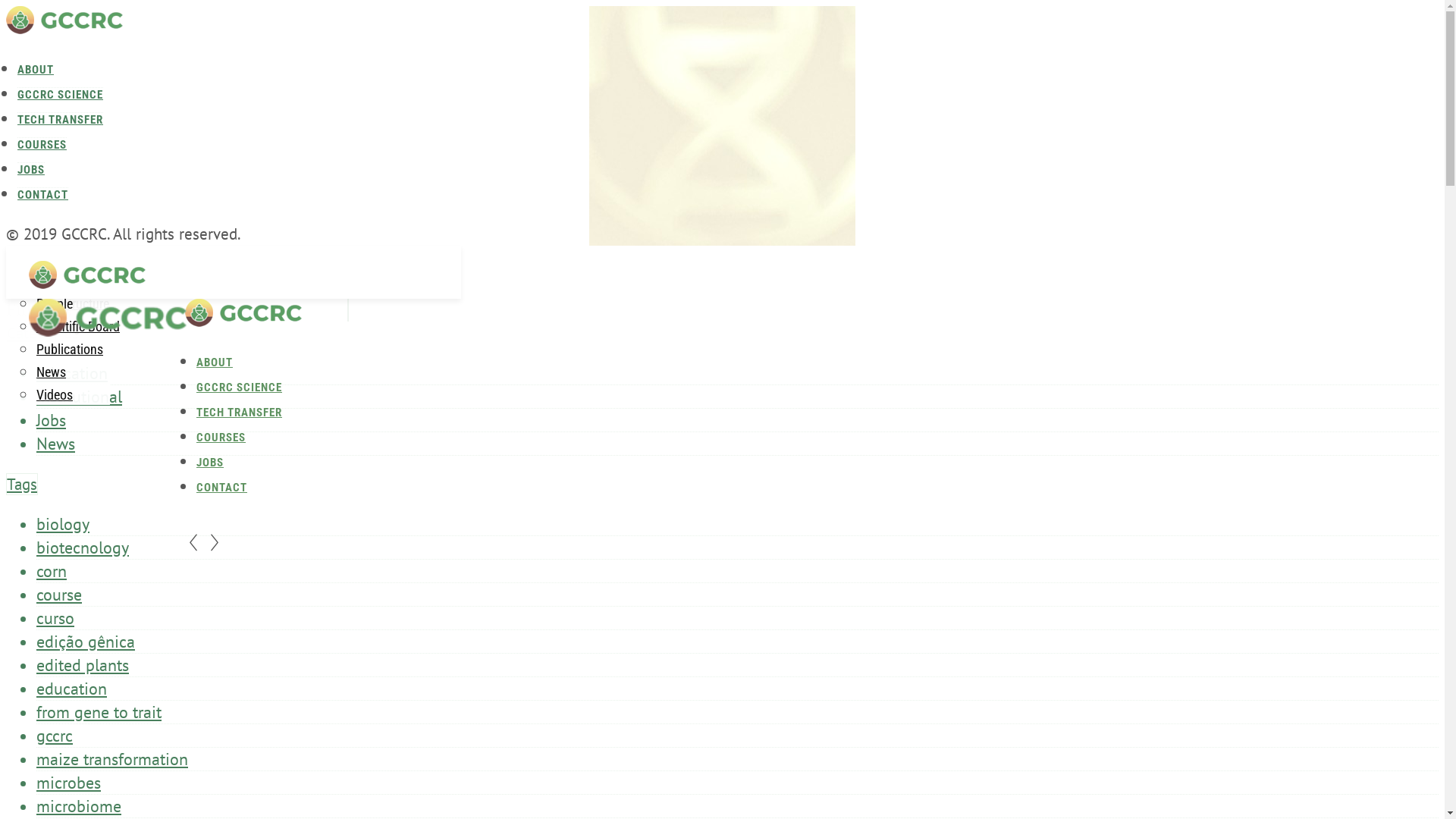 The width and height of the screenshot is (1456, 819). What do you see at coordinates (36, 688) in the screenshot?
I see `'education'` at bounding box center [36, 688].